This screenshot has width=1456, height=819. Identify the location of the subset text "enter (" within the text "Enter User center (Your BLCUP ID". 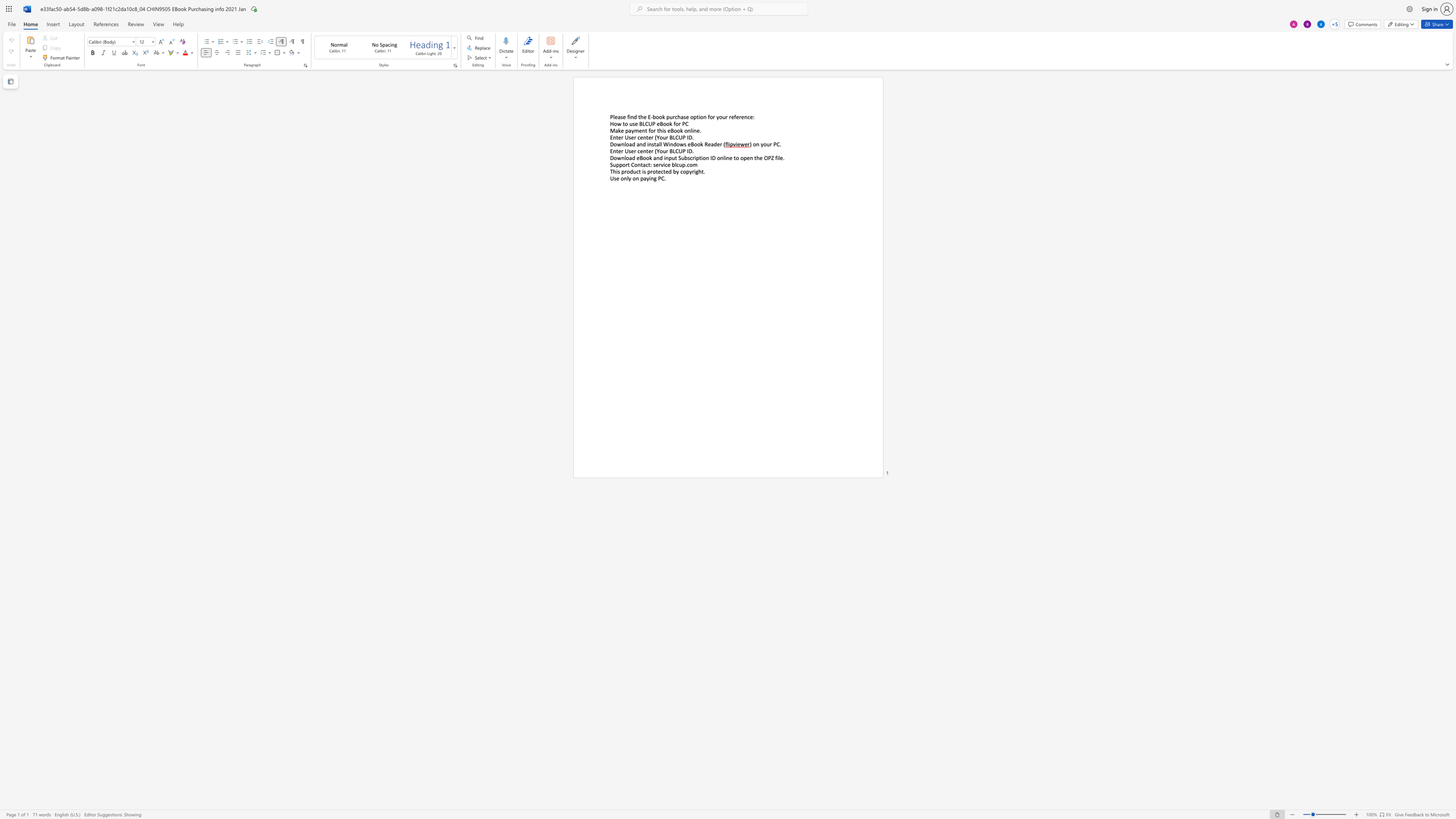
(640, 151).